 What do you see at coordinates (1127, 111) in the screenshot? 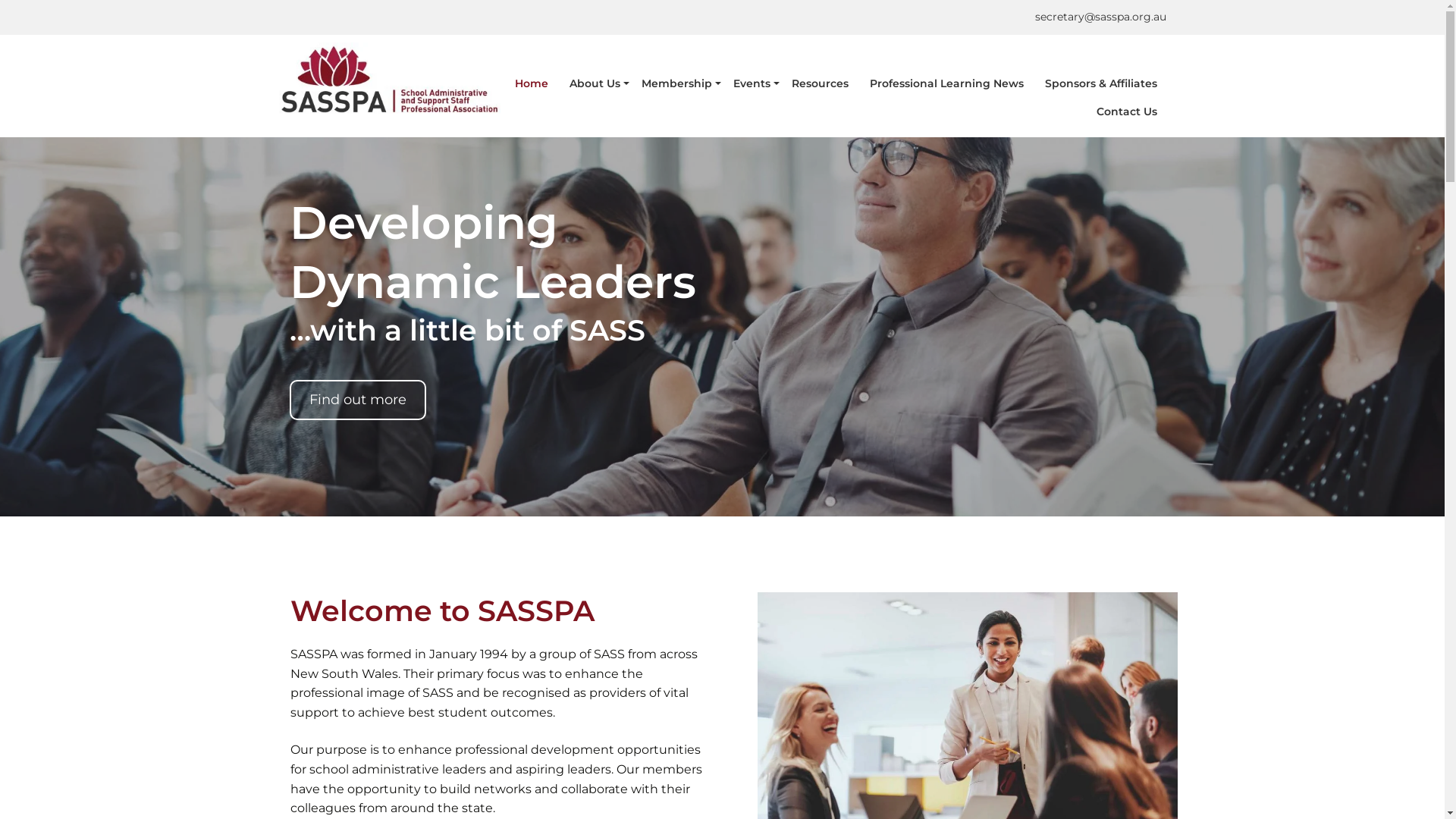
I see `'Contact Us'` at bounding box center [1127, 111].